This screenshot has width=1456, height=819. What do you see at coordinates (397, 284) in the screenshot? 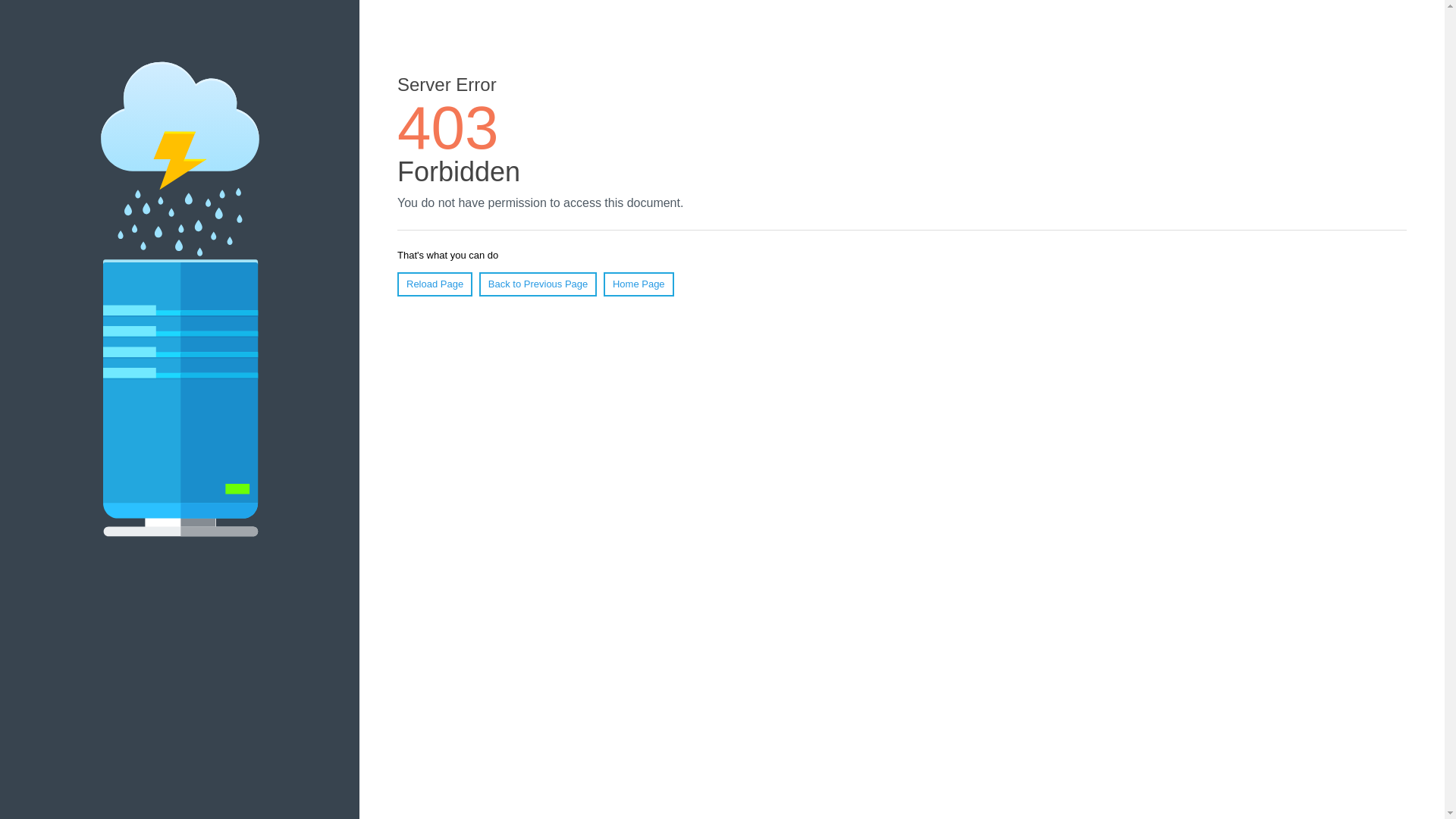
I see `'Reload Page'` at bounding box center [397, 284].